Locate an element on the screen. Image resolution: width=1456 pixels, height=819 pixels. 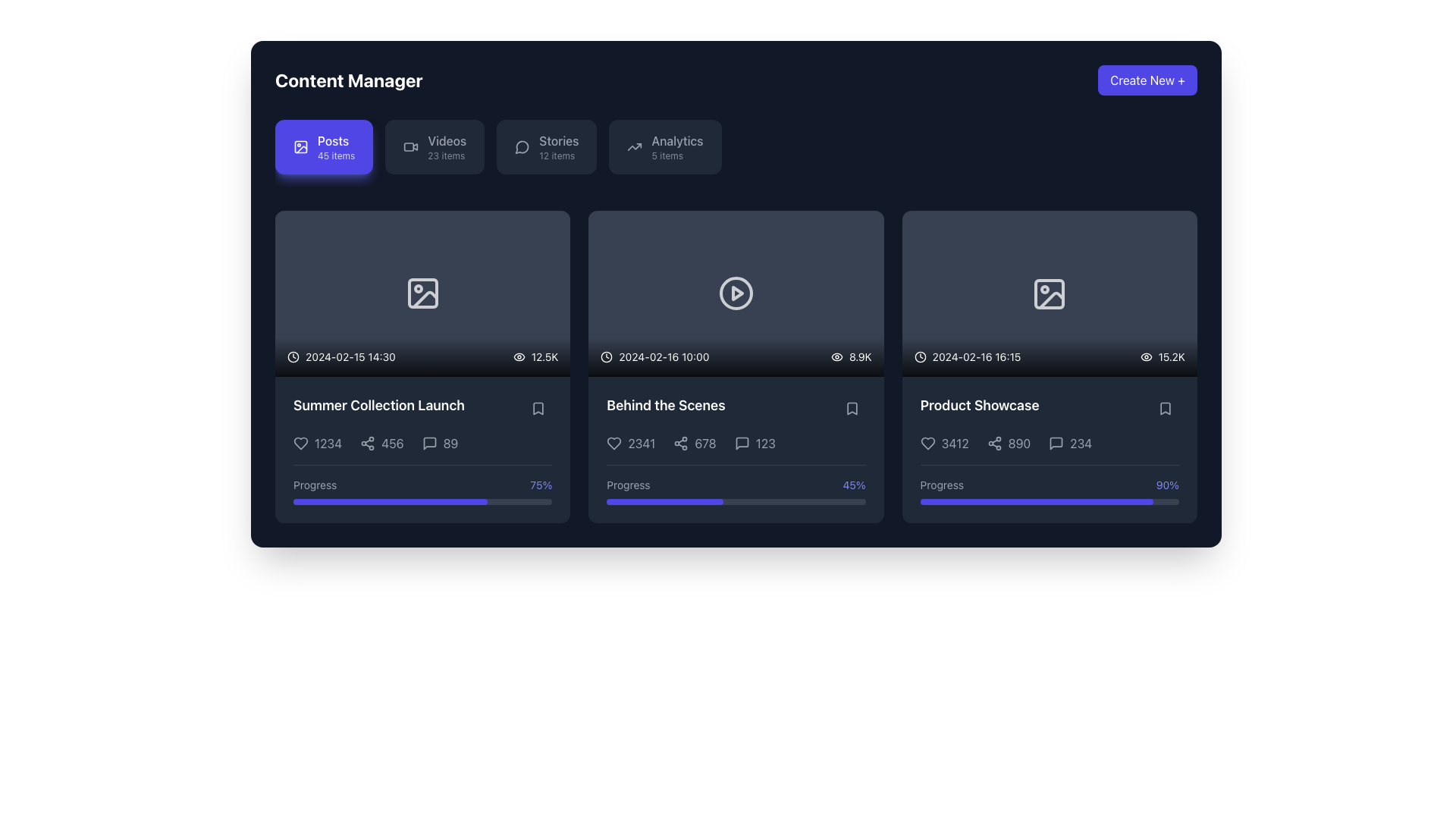
the combined UI component displaying the number '678' next to a share icon, styled in gray and positioned in the center card of the middle row is located at coordinates (694, 443).